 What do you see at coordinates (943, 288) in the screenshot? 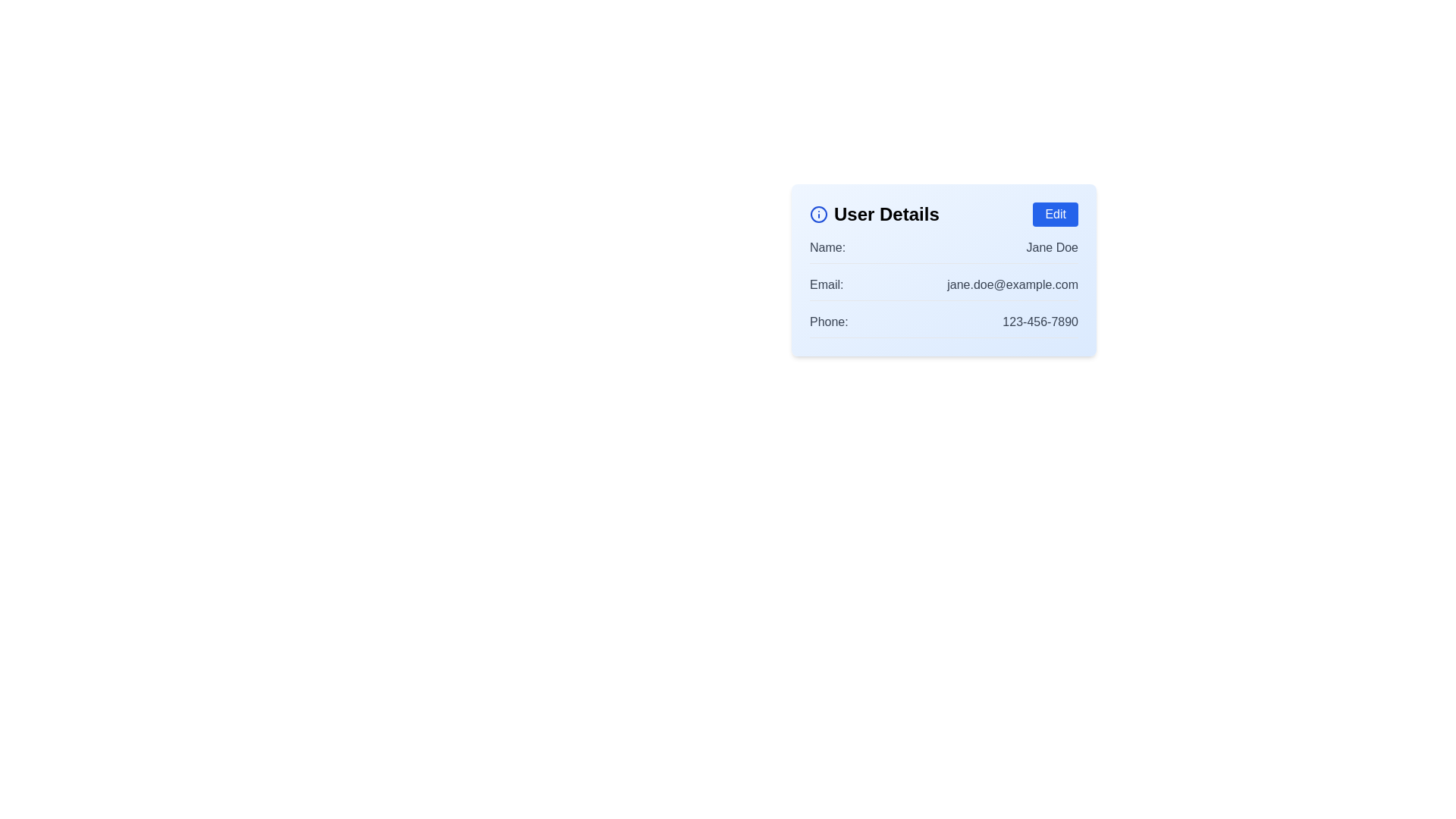
I see `the Text display component that contains user information such as 'Name', 'Email', and 'Phone', organized in a vertical arrangement within a light blue background card` at bounding box center [943, 288].